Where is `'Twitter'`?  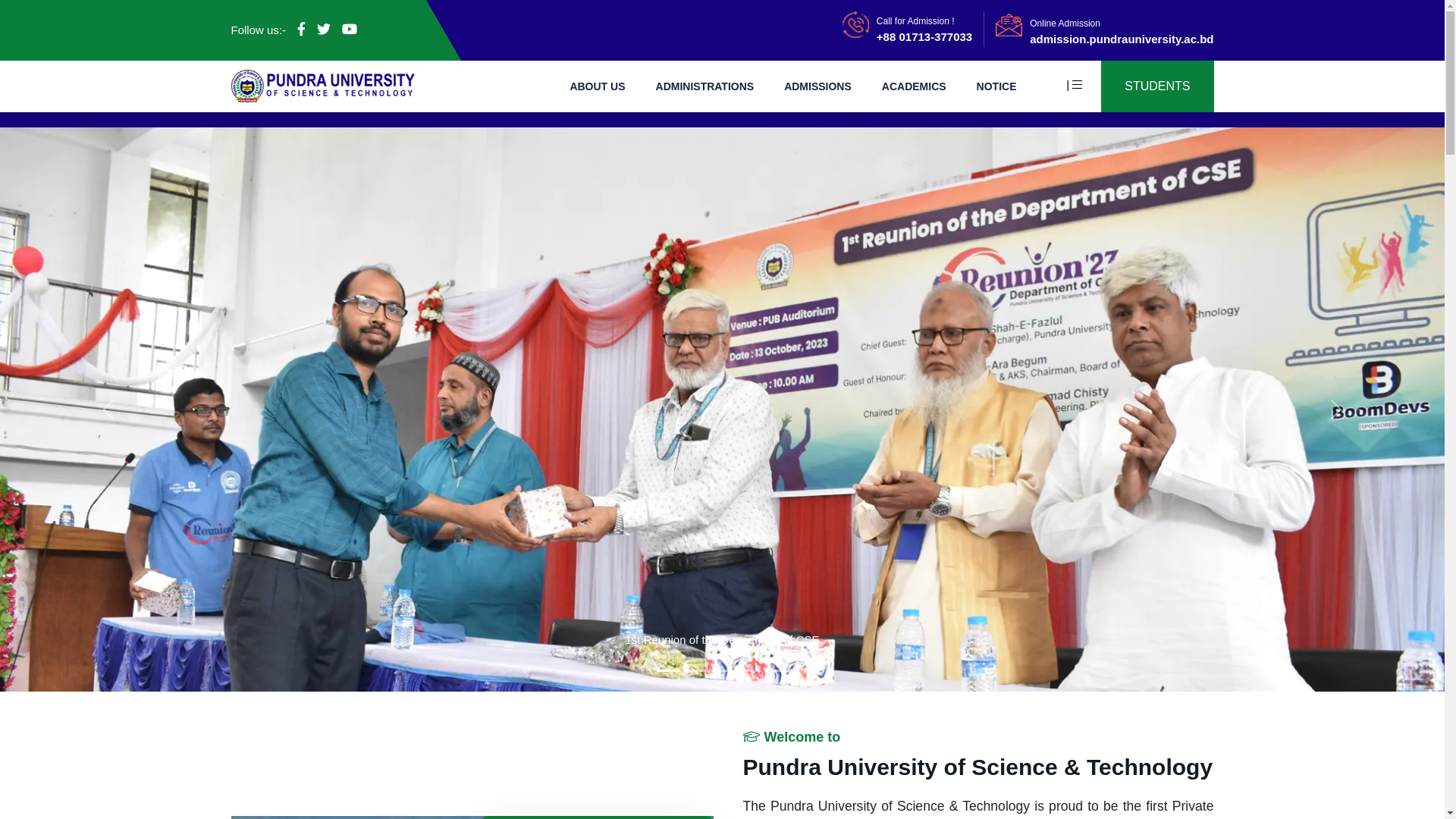
'Twitter' is located at coordinates (323, 29).